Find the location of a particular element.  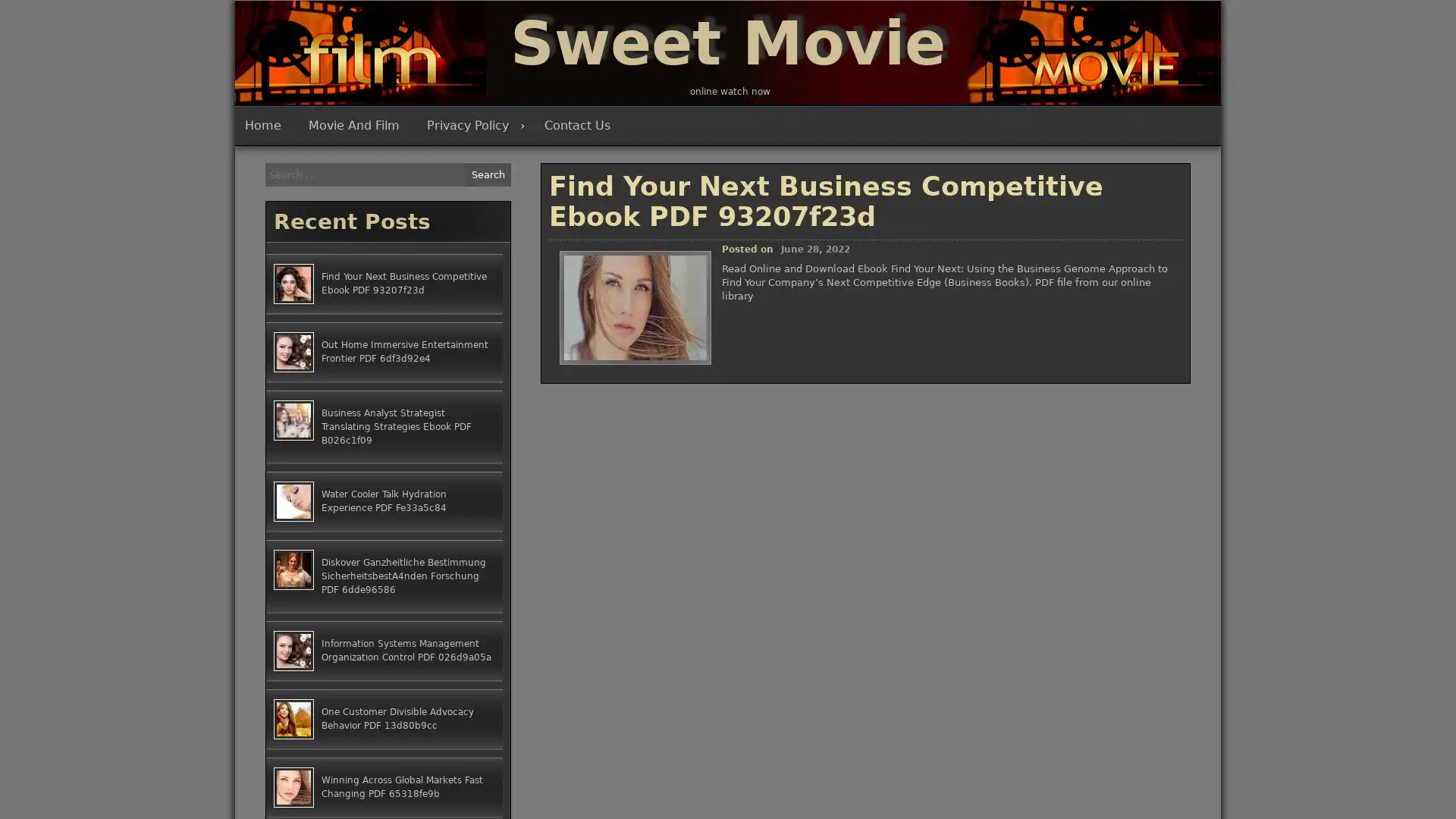

Search is located at coordinates (488, 174).